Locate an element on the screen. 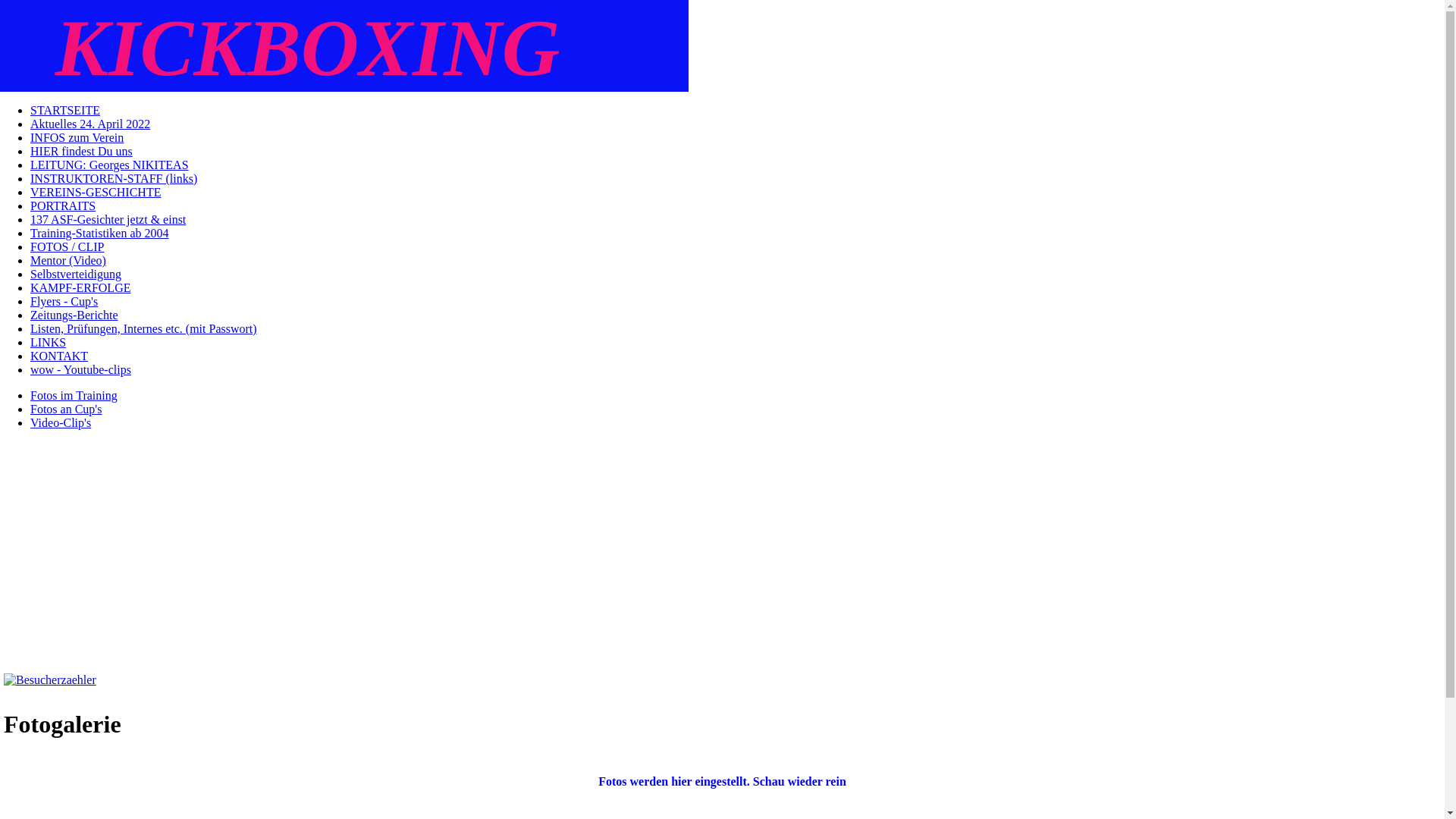 This screenshot has height=819, width=1456. 'Besucherzaehler' is located at coordinates (50, 679).